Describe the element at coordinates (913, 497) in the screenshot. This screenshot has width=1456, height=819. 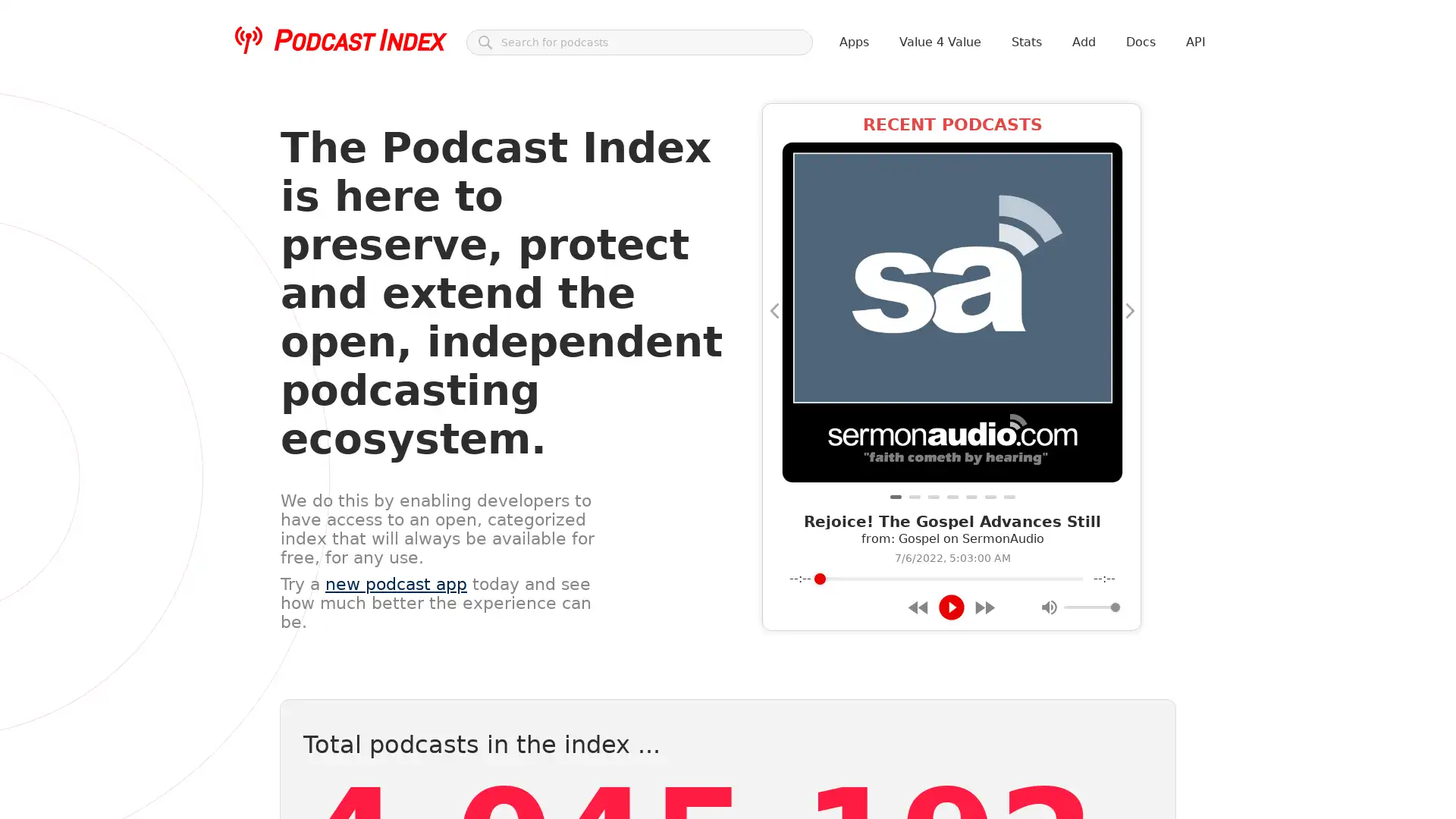
I see `Lessons or Examples?` at that location.